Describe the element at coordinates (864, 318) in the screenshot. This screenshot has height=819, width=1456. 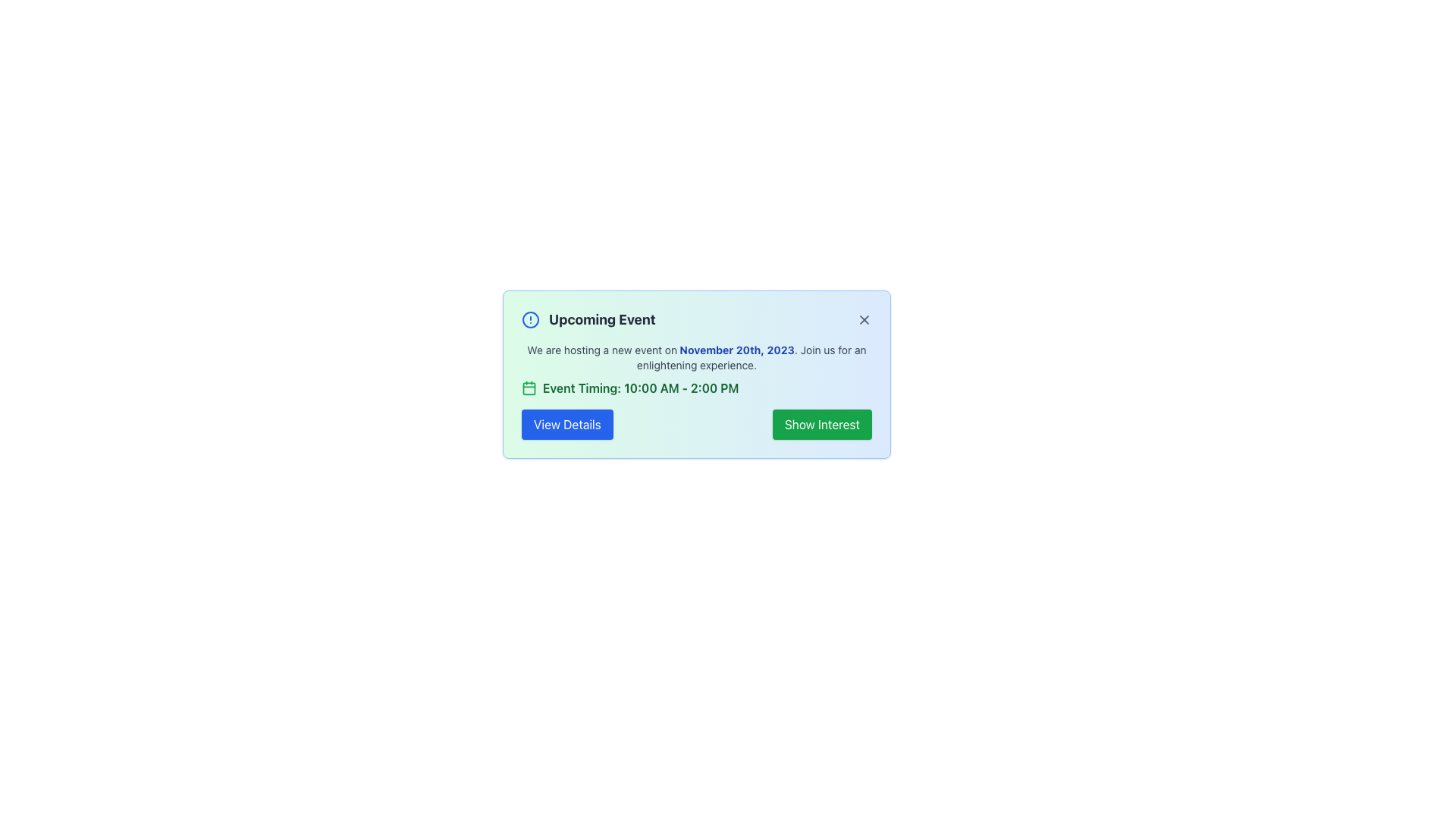
I see `the close icon button located in the top-right corner of the event information card` at that location.